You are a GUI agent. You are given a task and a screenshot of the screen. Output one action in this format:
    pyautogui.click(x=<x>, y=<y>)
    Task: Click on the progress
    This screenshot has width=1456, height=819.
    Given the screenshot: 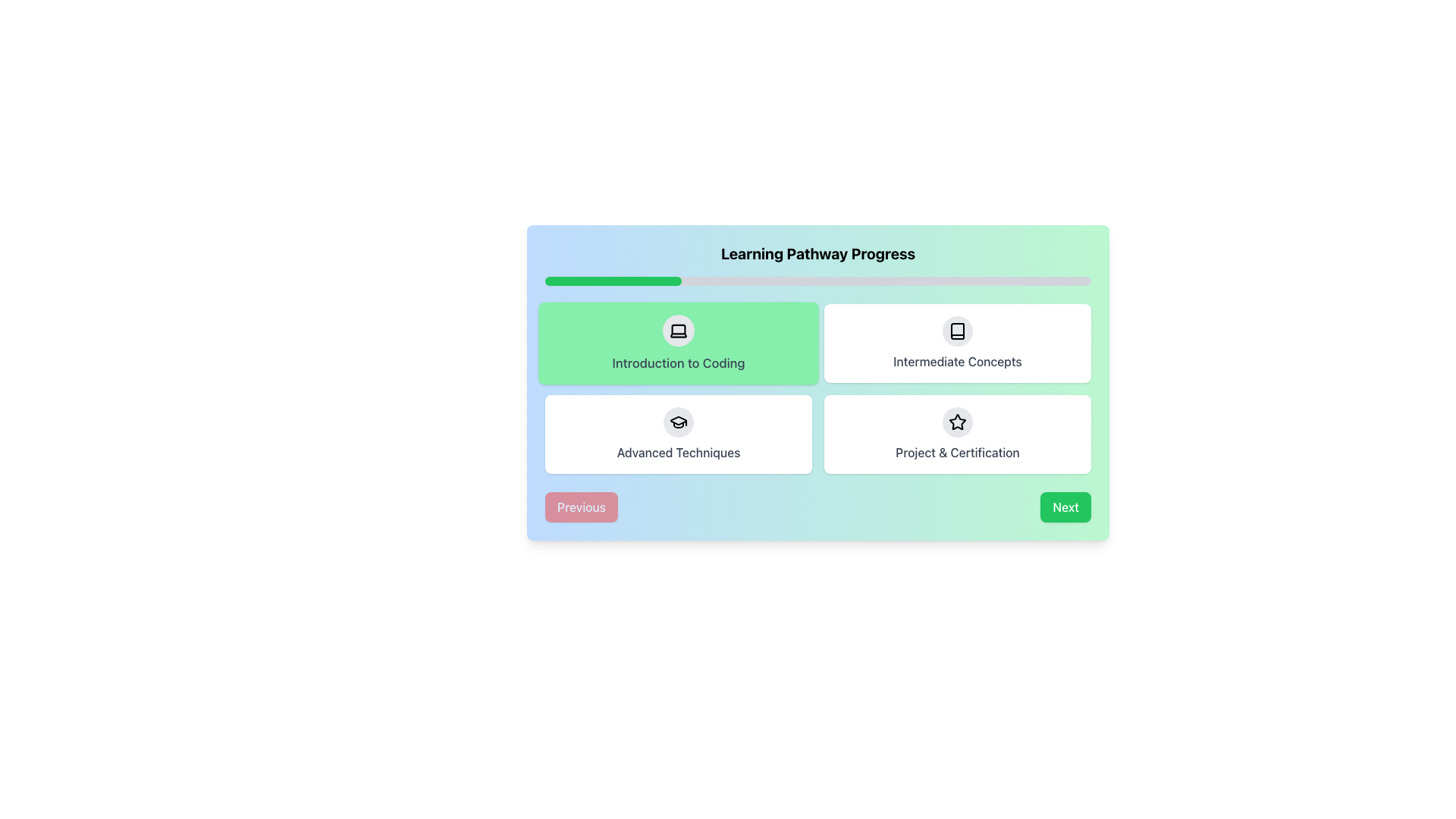 What is the action you would take?
    pyautogui.click(x=643, y=281)
    